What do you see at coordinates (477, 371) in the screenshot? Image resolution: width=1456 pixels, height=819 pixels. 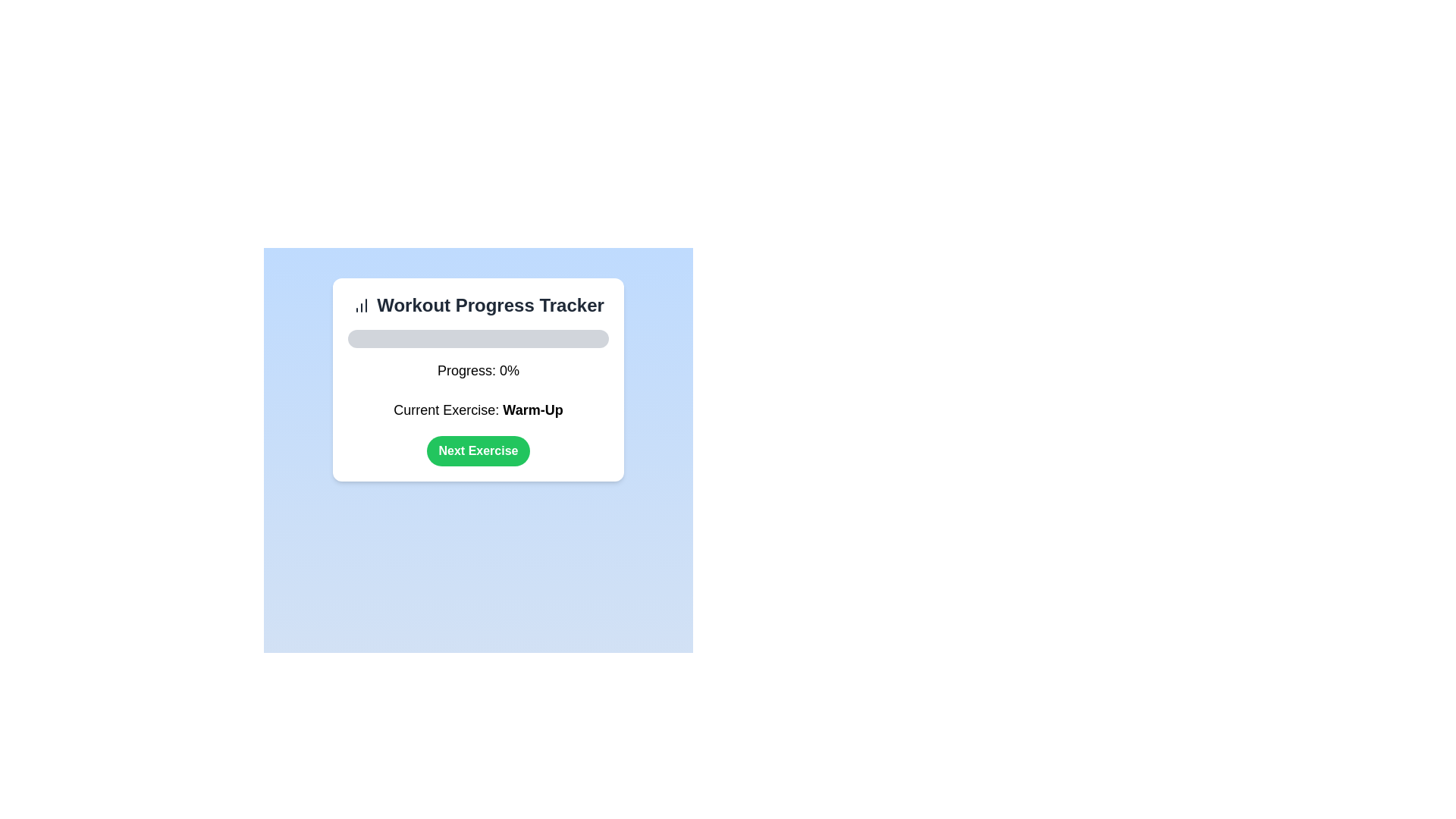 I see `the text label displaying 'Progress: 0%' which is centered below a progress bar and provides clarity on progress tracking` at bounding box center [477, 371].